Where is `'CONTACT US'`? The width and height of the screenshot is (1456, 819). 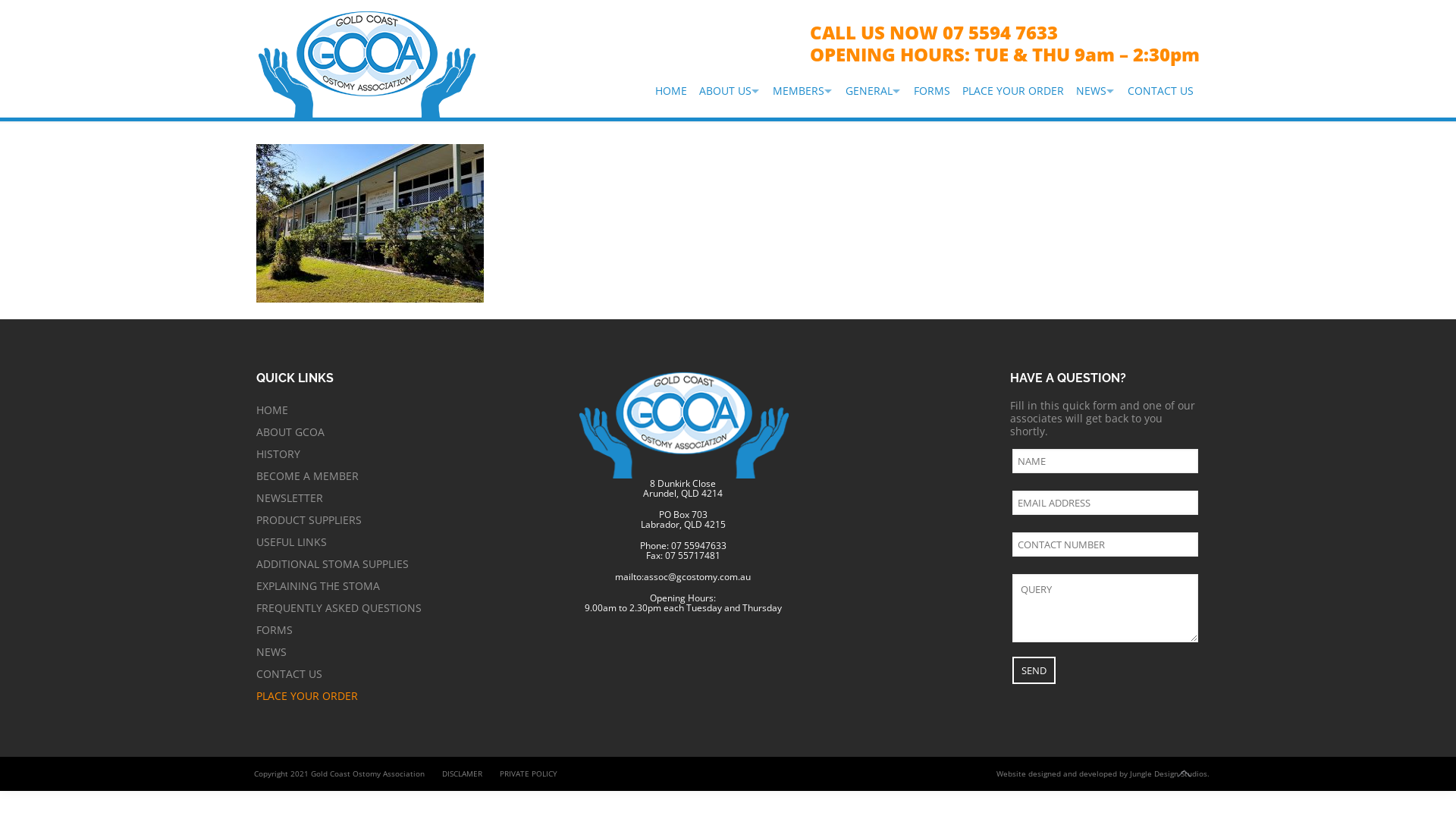 'CONTACT US' is located at coordinates (256, 673).